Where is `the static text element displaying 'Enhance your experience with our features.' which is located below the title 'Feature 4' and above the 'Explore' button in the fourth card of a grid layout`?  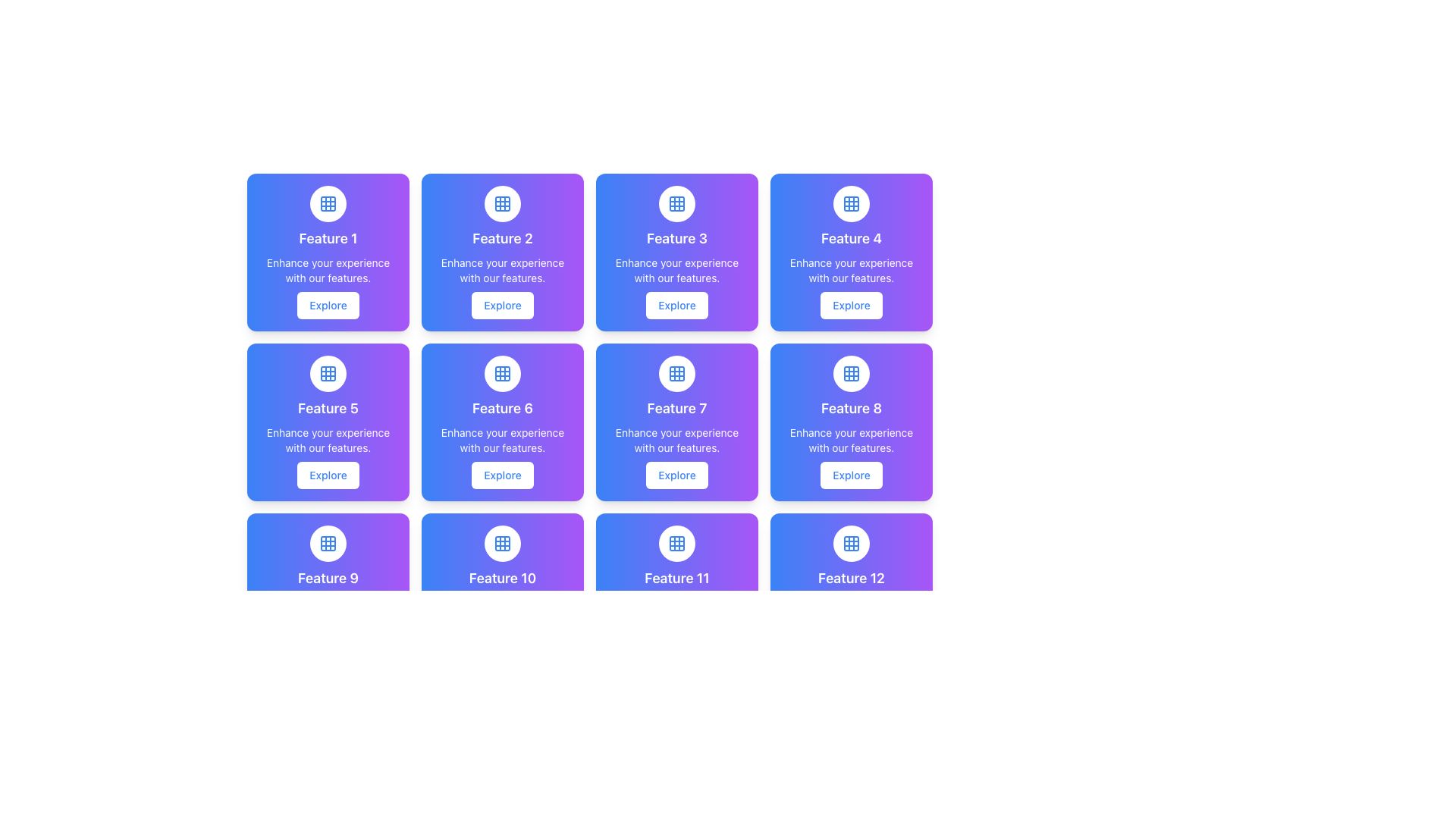
the static text element displaying 'Enhance your experience with our features.' which is located below the title 'Feature 4' and above the 'Explore' button in the fourth card of a grid layout is located at coordinates (852, 270).